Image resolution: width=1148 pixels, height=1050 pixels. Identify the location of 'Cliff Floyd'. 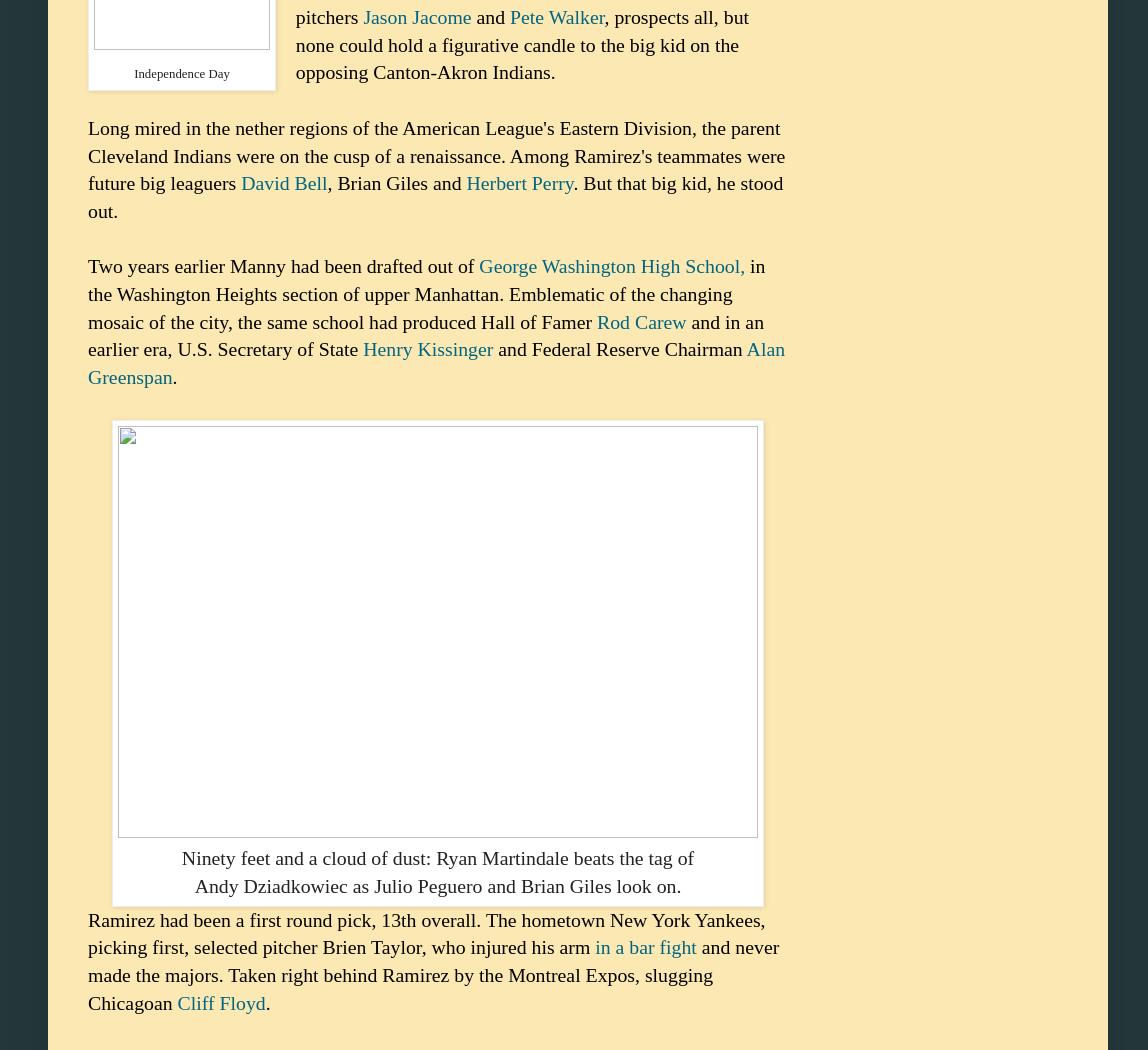
(177, 1002).